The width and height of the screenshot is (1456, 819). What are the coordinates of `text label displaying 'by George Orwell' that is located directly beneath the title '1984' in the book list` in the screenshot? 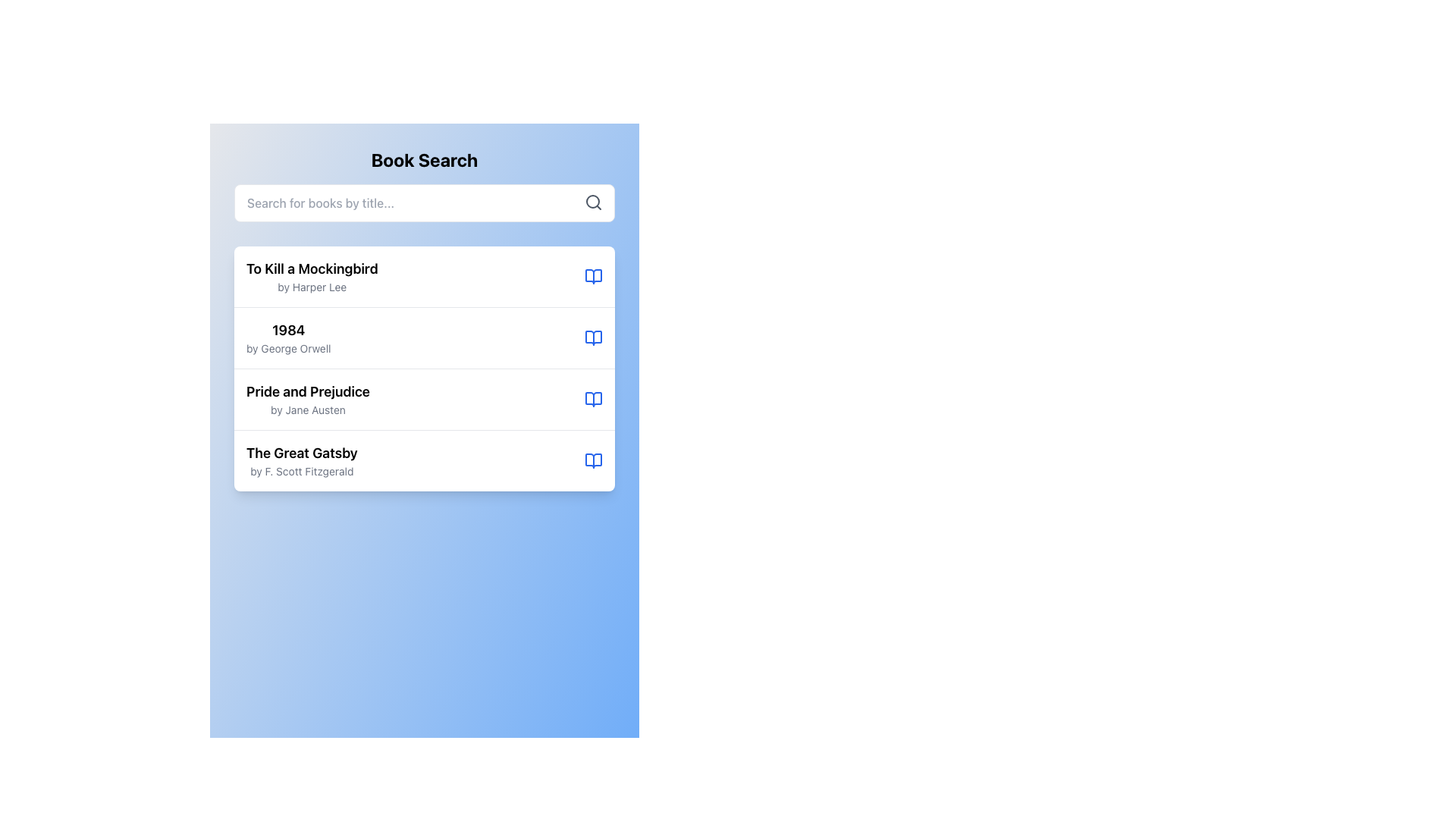 It's located at (288, 348).